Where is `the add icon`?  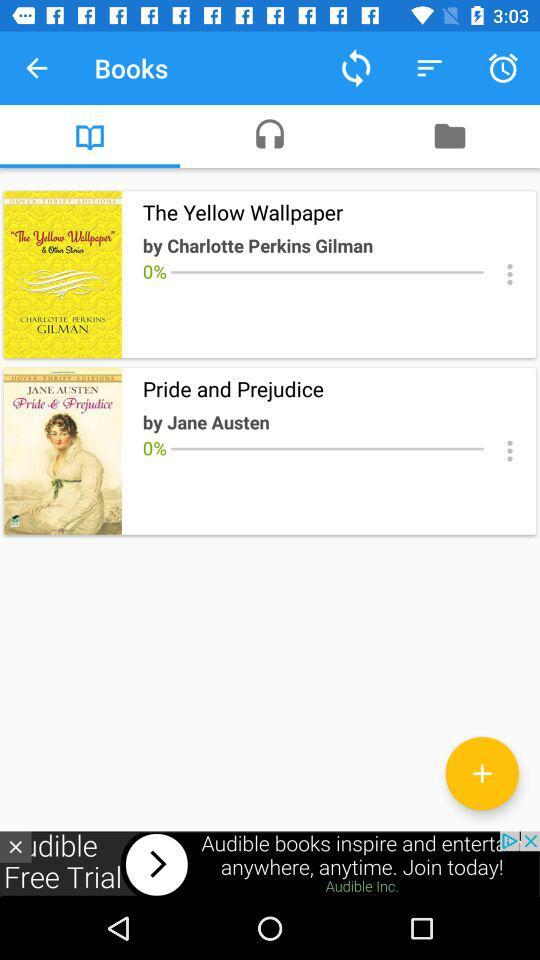 the add icon is located at coordinates (481, 772).